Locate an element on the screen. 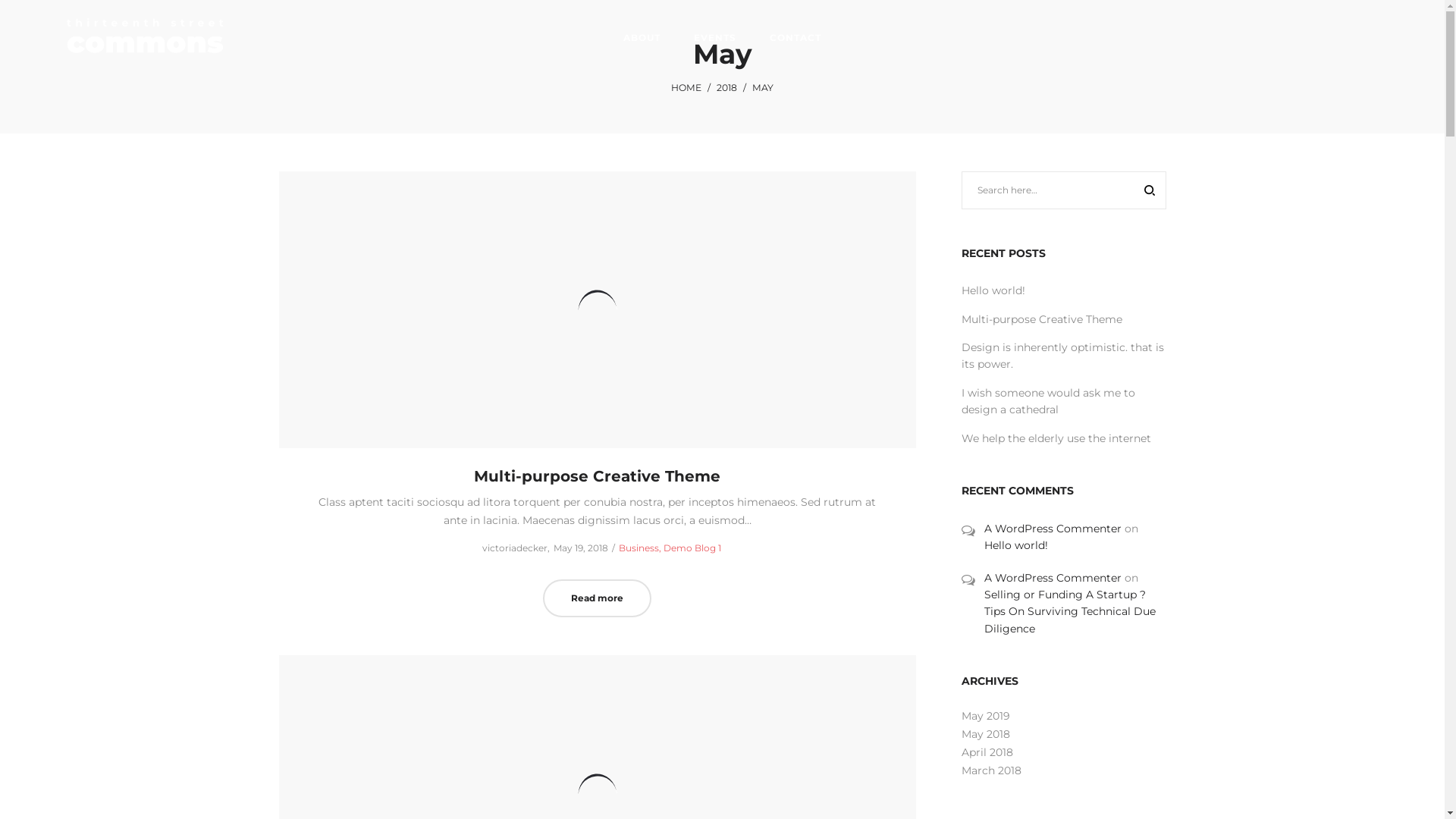 The image size is (1456, 819). 'April 2018' is located at coordinates (987, 752).